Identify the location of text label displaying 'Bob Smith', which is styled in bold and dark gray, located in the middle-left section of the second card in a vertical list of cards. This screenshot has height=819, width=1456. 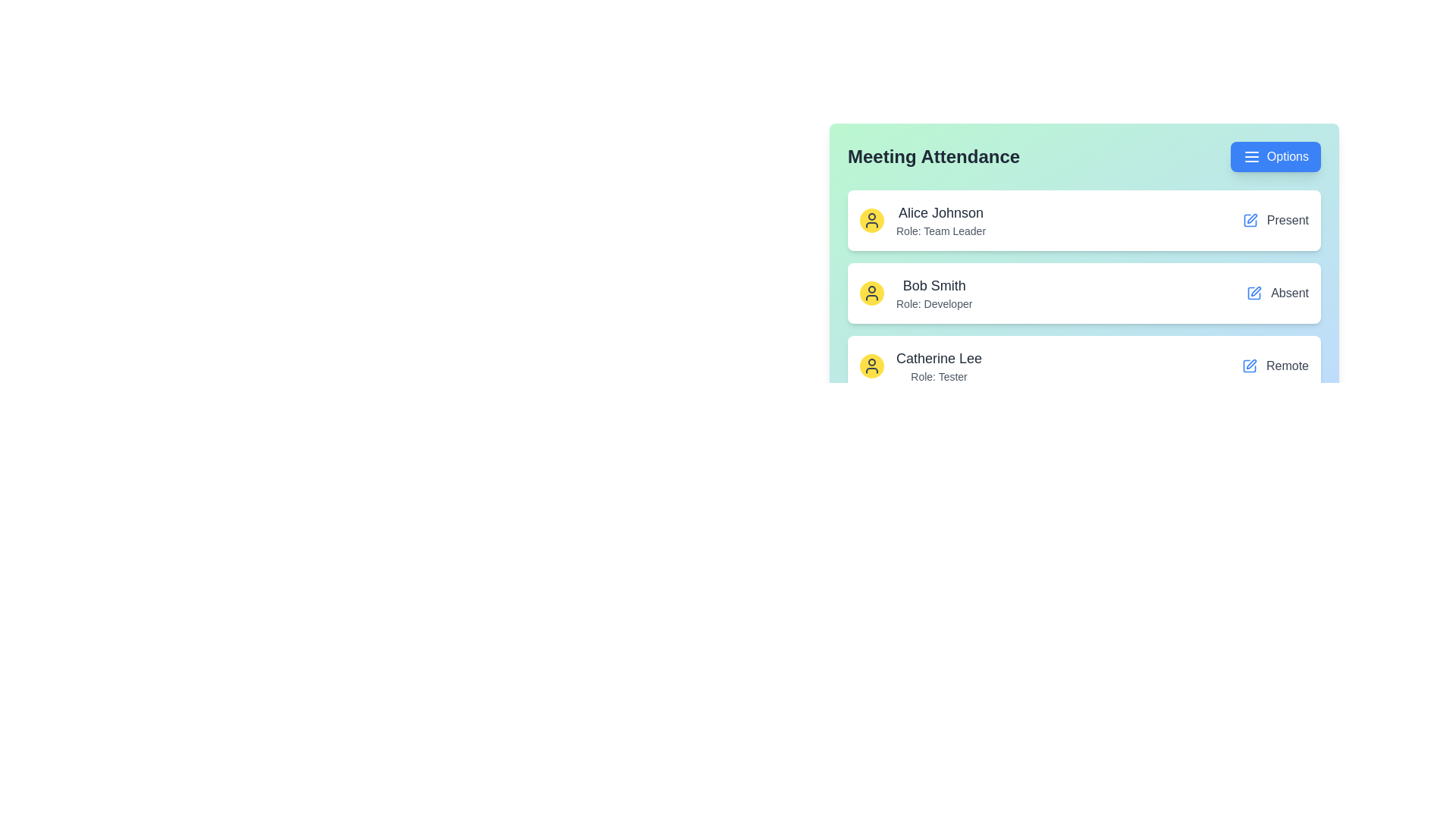
(934, 286).